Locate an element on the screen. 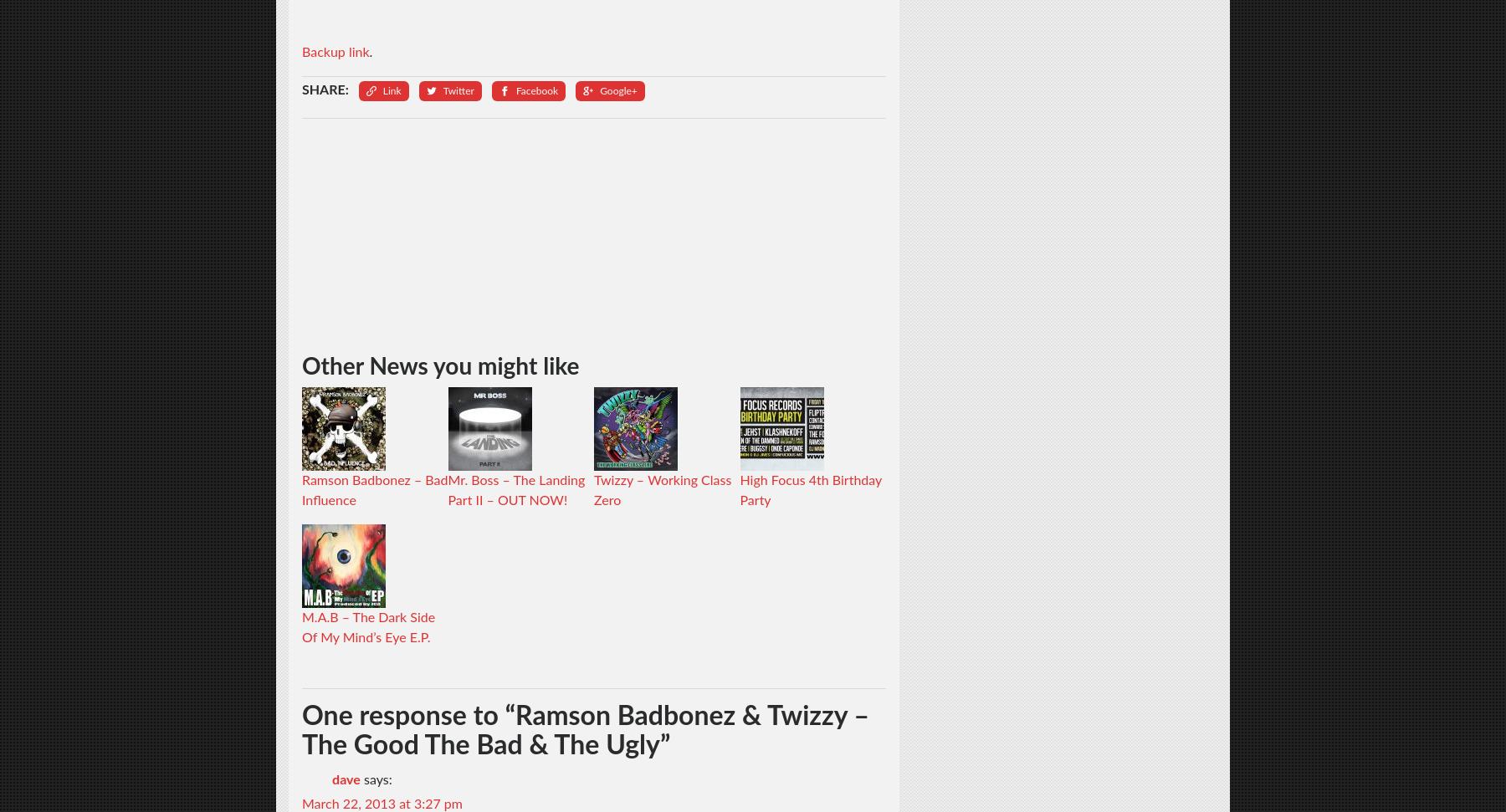 The width and height of the screenshot is (1506, 812). 'Backup link' is located at coordinates (302, 51).